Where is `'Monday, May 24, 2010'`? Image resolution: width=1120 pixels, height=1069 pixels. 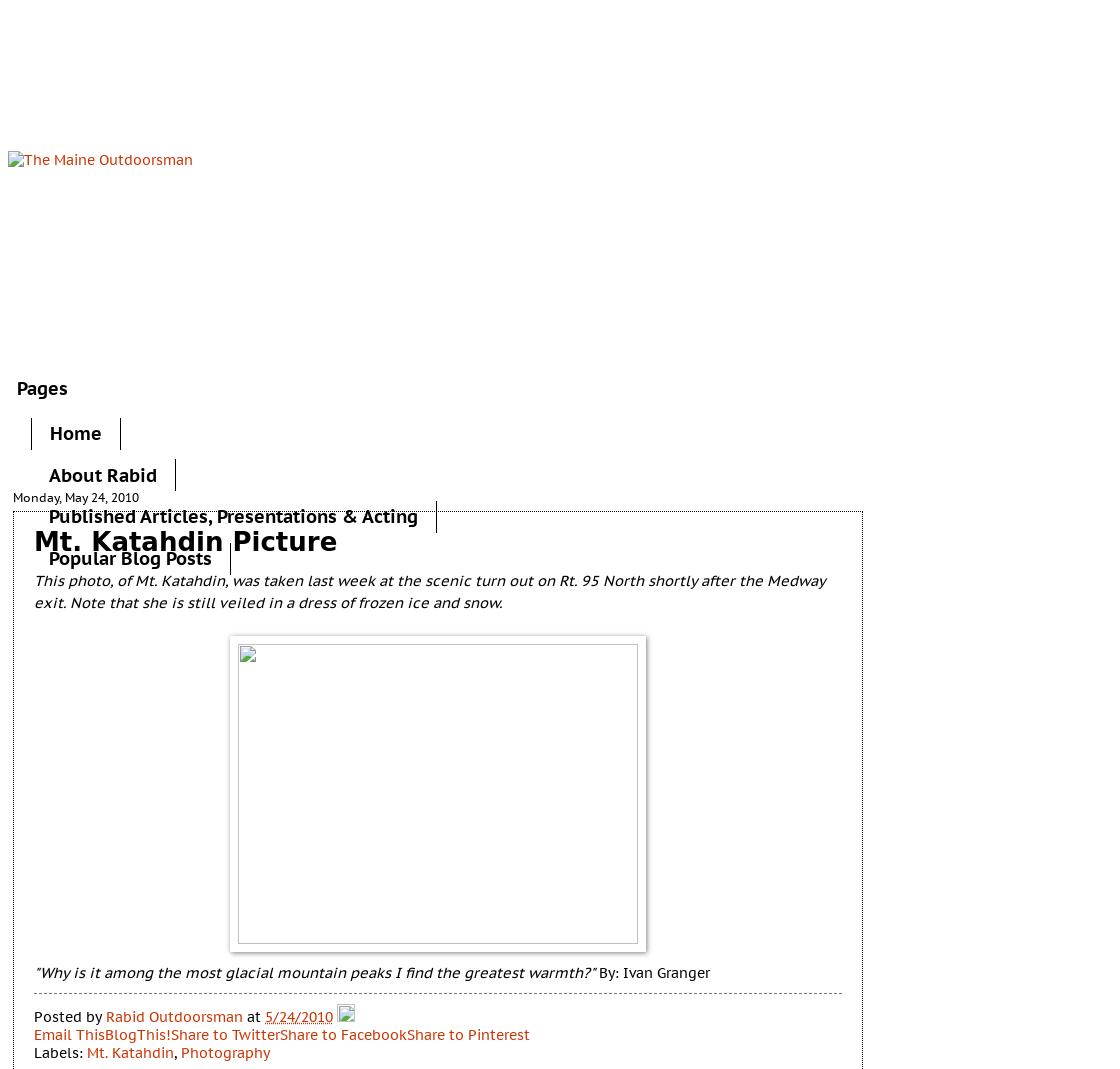
'Monday, May 24, 2010' is located at coordinates (76, 495).